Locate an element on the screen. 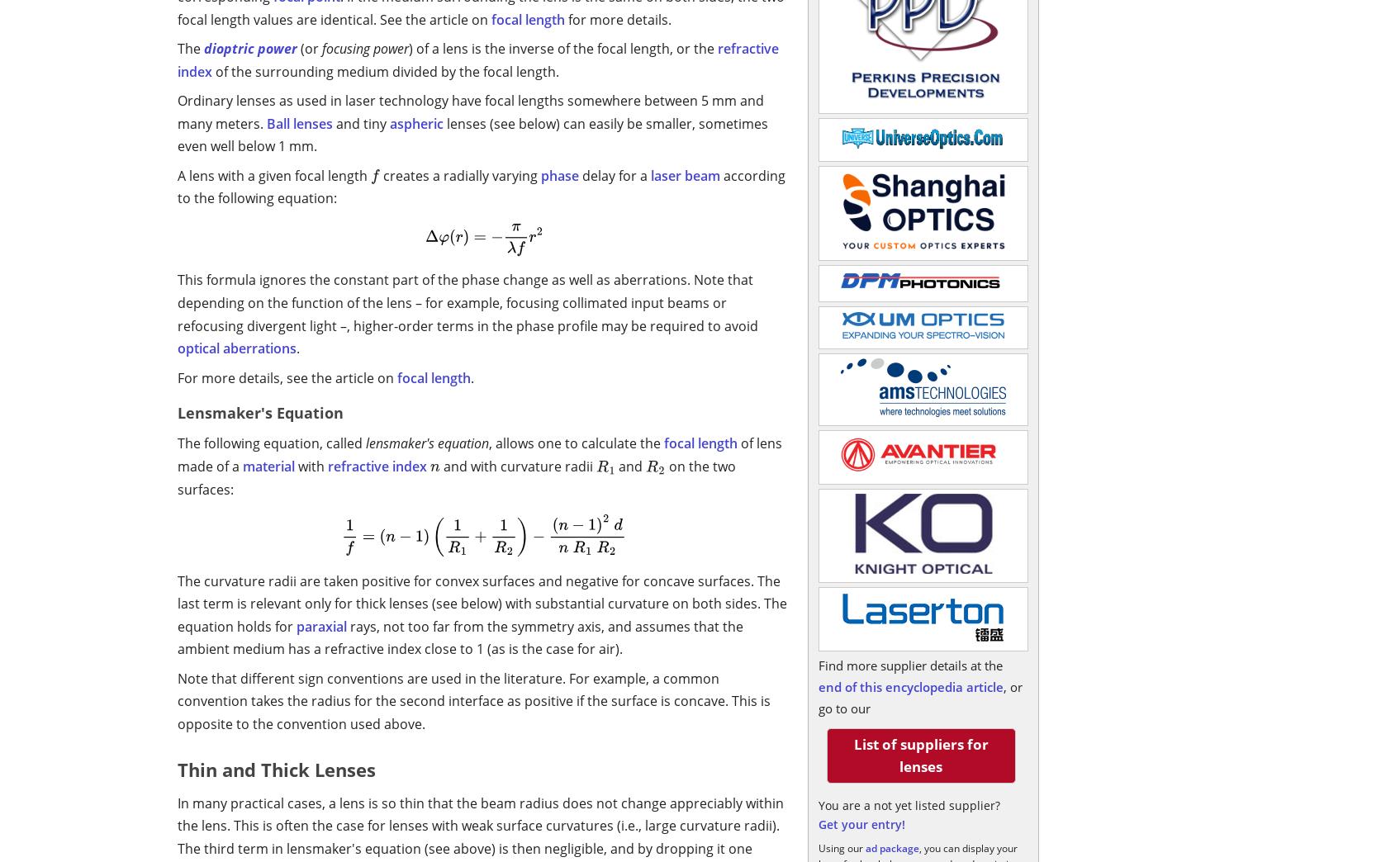 This screenshot has width=1400, height=862. 'paraxial' is located at coordinates (320, 626).